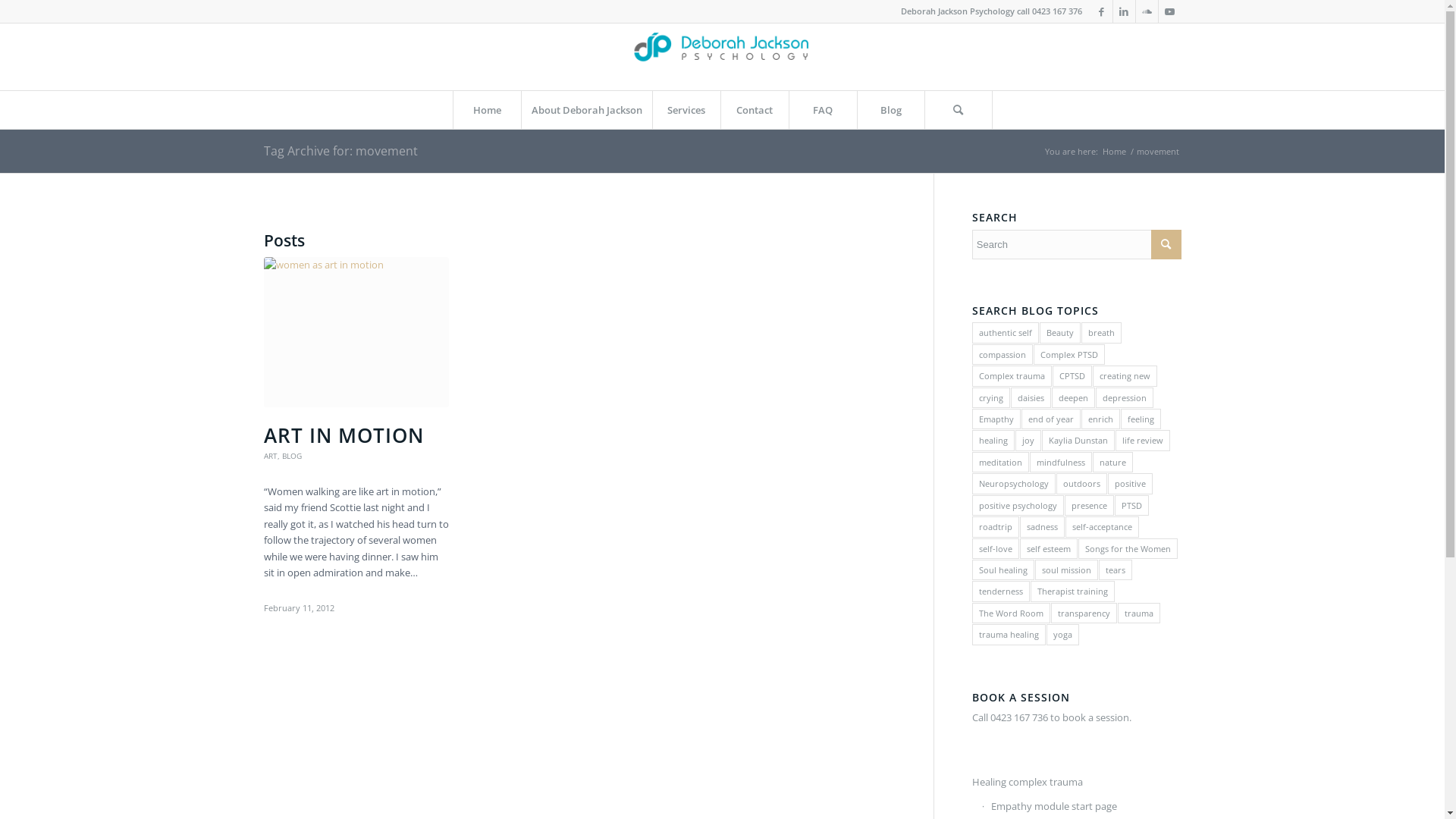 The width and height of the screenshot is (1456, 819). What do you see at coordinates (996, 548) in the screenshot?
I see `'self-love'` at bounding box center [996, 548].